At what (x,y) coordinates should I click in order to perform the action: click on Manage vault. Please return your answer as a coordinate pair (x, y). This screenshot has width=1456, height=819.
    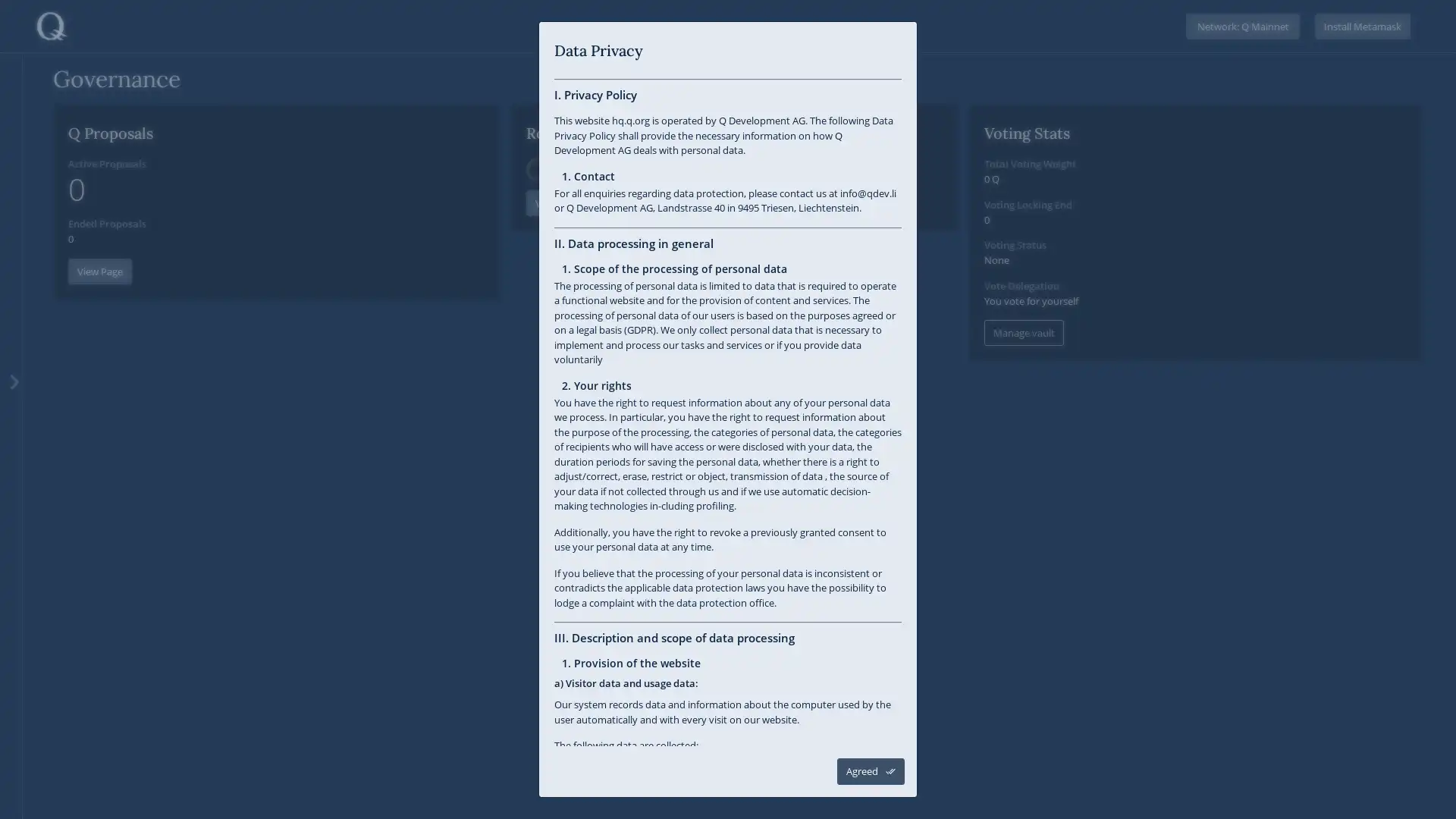
    Looking at the image, I should click on (1024, 332).